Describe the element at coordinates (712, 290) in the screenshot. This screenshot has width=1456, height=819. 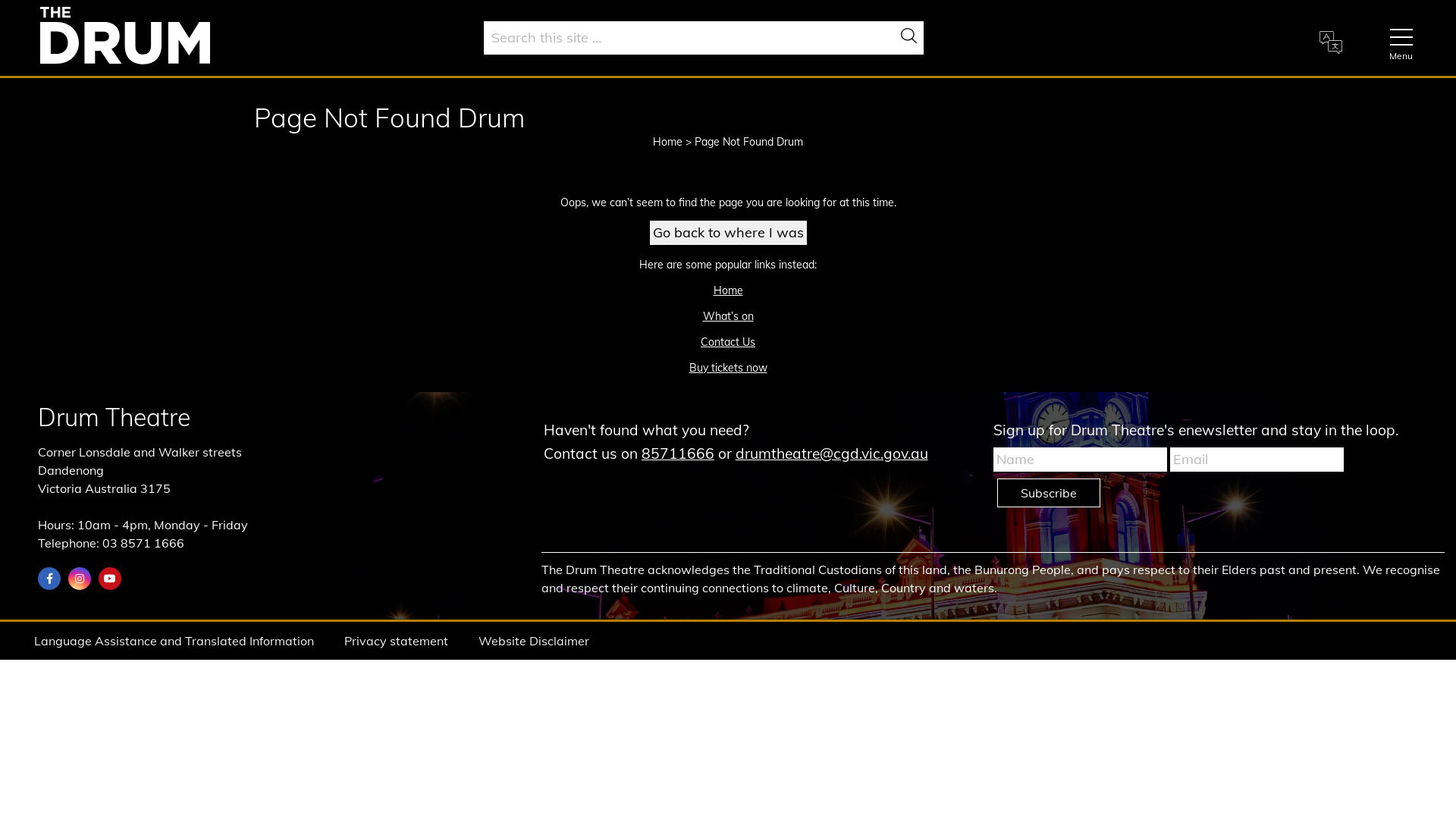
I see `'Home'` at that location.